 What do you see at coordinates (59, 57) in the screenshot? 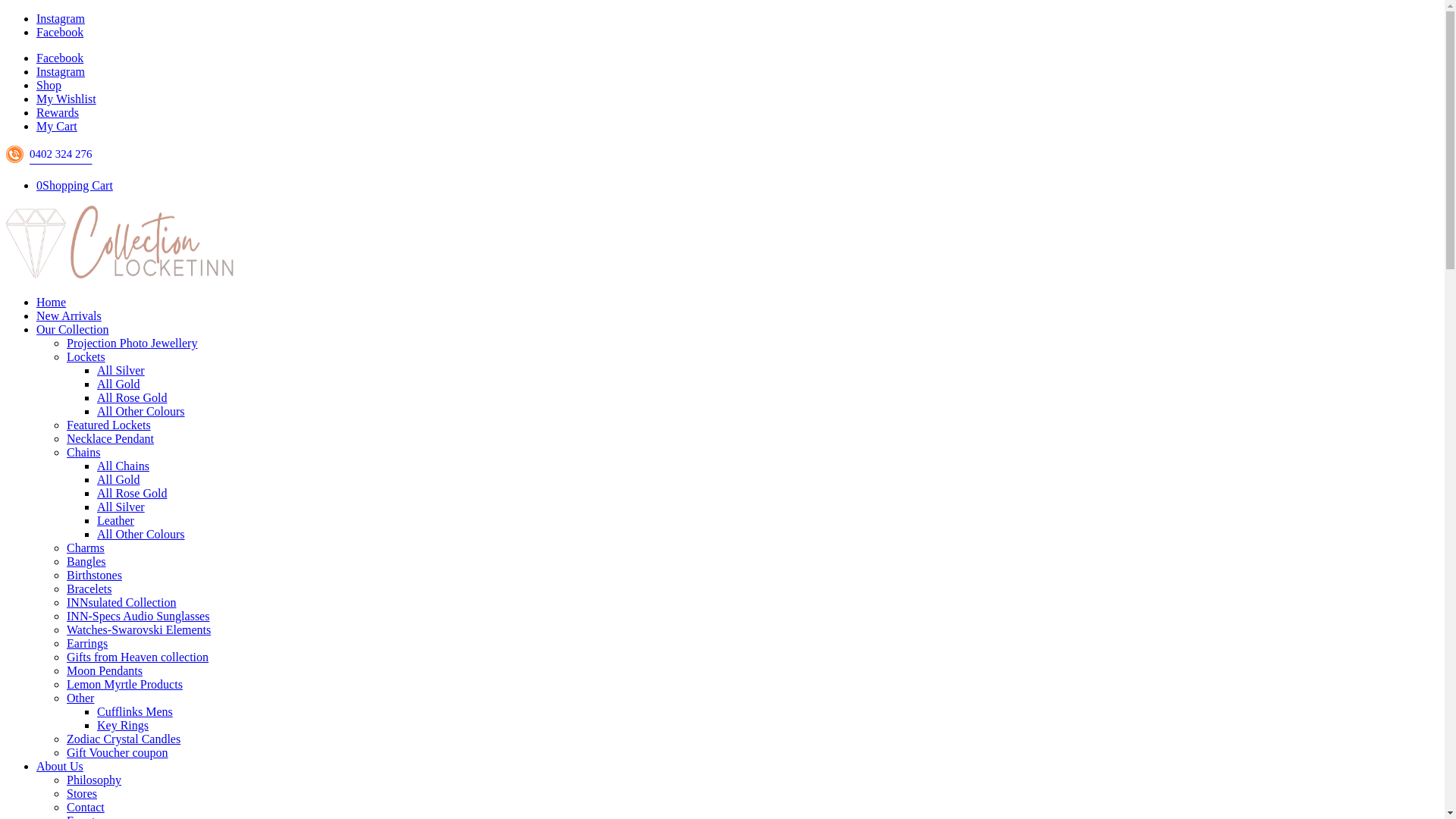
I see `'Facebook'` at bounding box center [59, 57].